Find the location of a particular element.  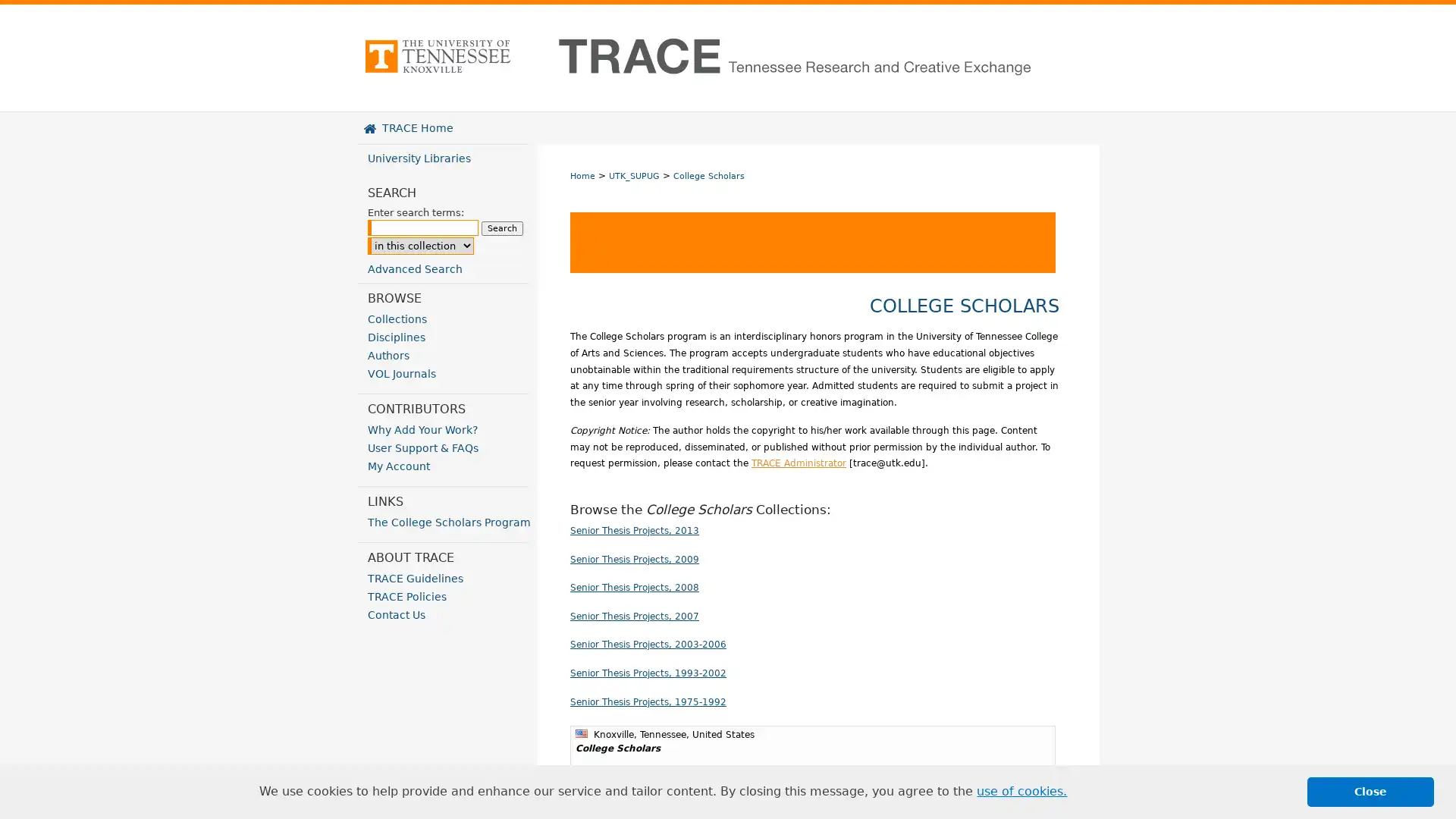

dismiss cookie message is located at coordinates (1370, 791).